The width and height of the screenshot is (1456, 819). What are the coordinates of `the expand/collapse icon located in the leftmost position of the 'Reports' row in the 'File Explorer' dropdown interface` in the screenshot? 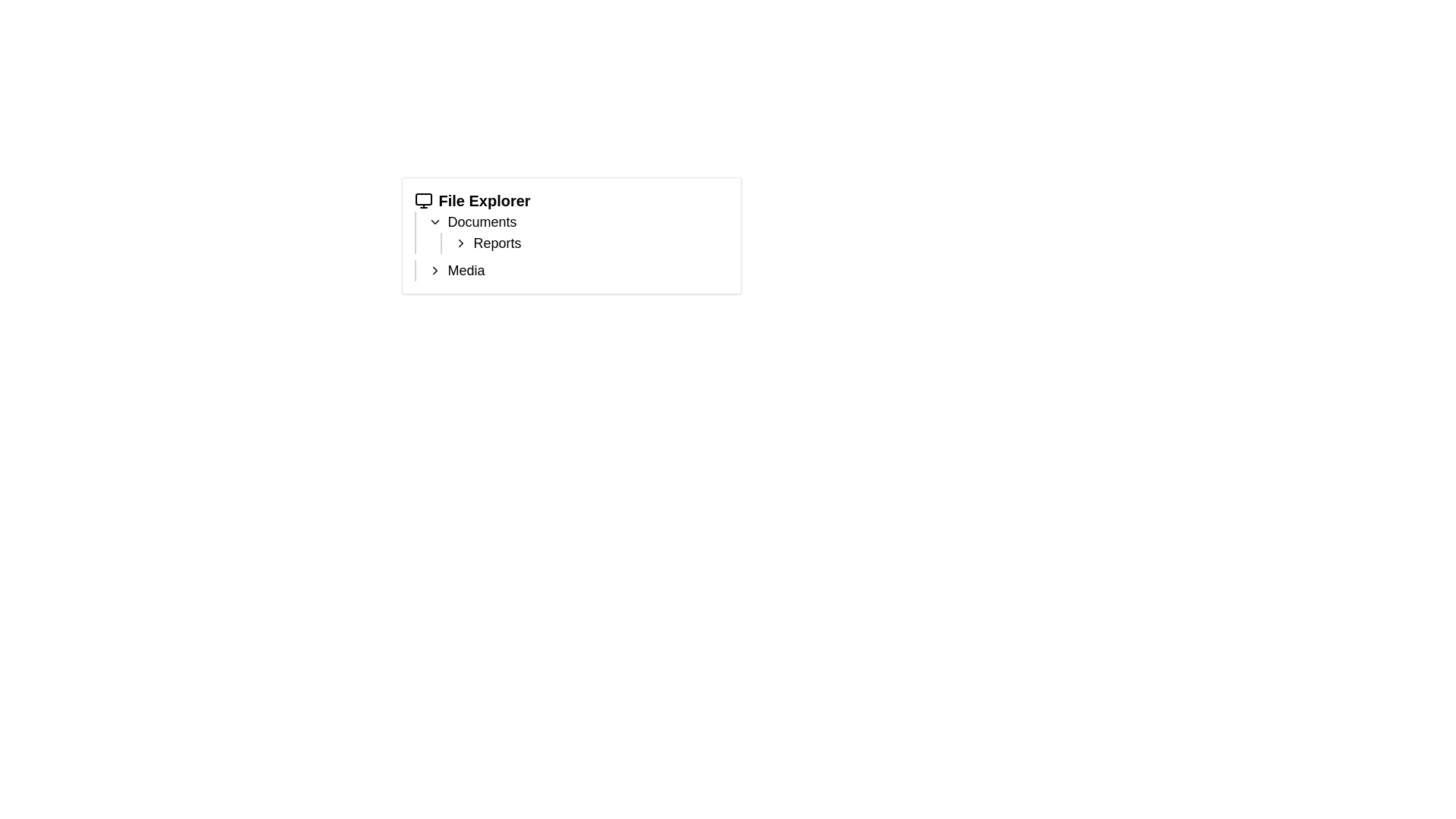 It's located at (460, 242).